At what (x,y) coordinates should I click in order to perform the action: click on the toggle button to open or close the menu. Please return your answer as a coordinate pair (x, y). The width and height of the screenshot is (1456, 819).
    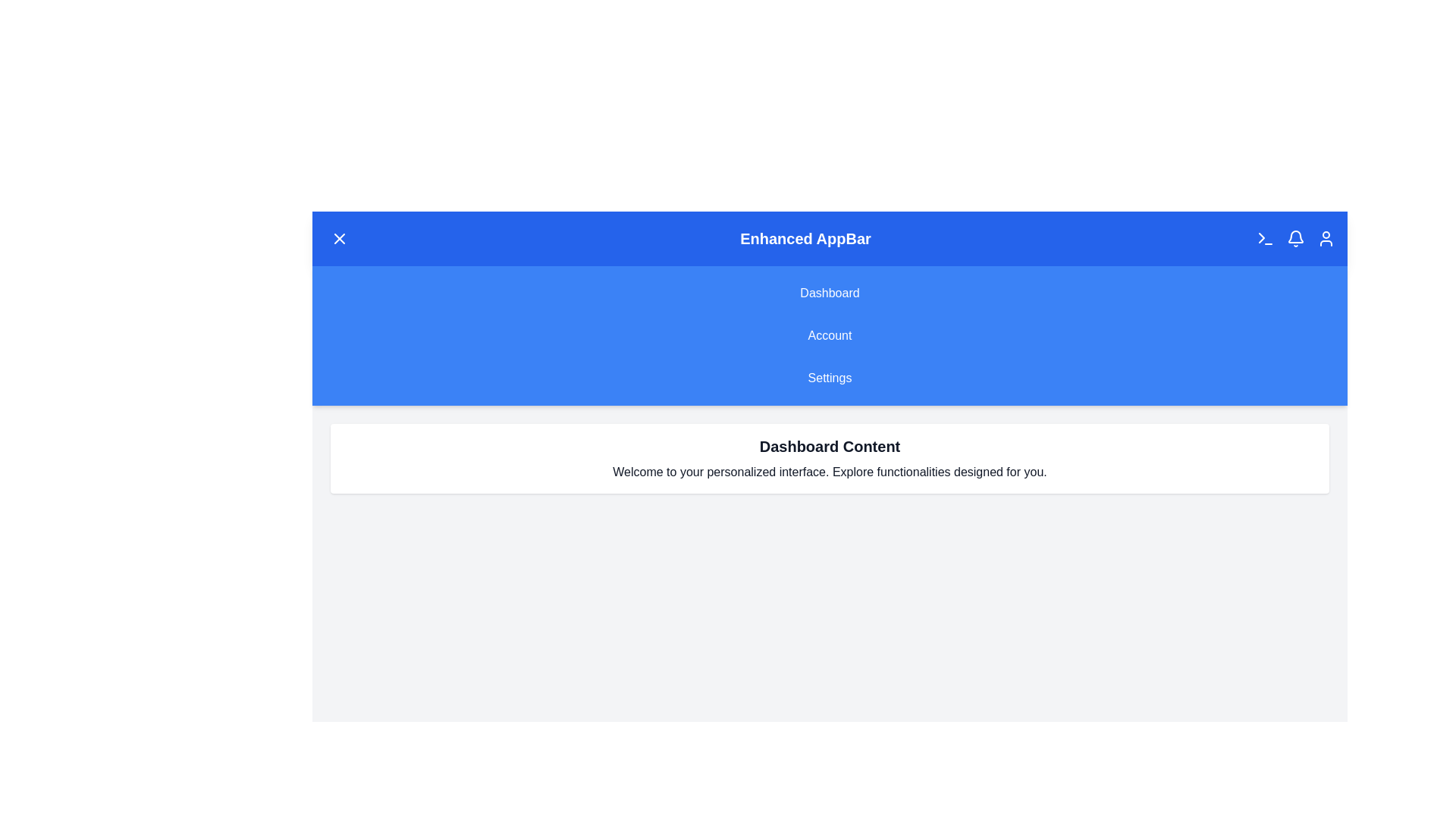
    Looking at the image, I should click on (338, 239).